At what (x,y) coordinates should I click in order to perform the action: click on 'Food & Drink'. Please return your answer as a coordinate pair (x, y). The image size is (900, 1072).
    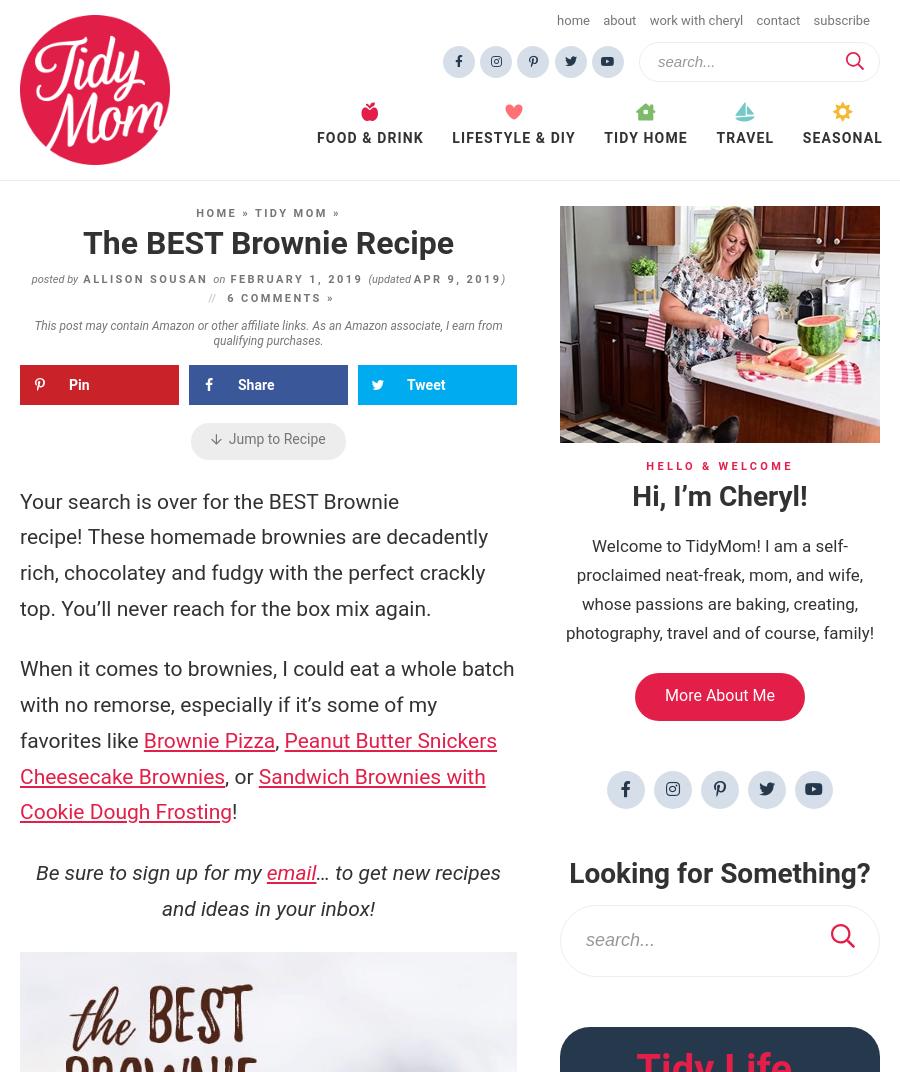
    Looking at the image, I should click on (369, 136).